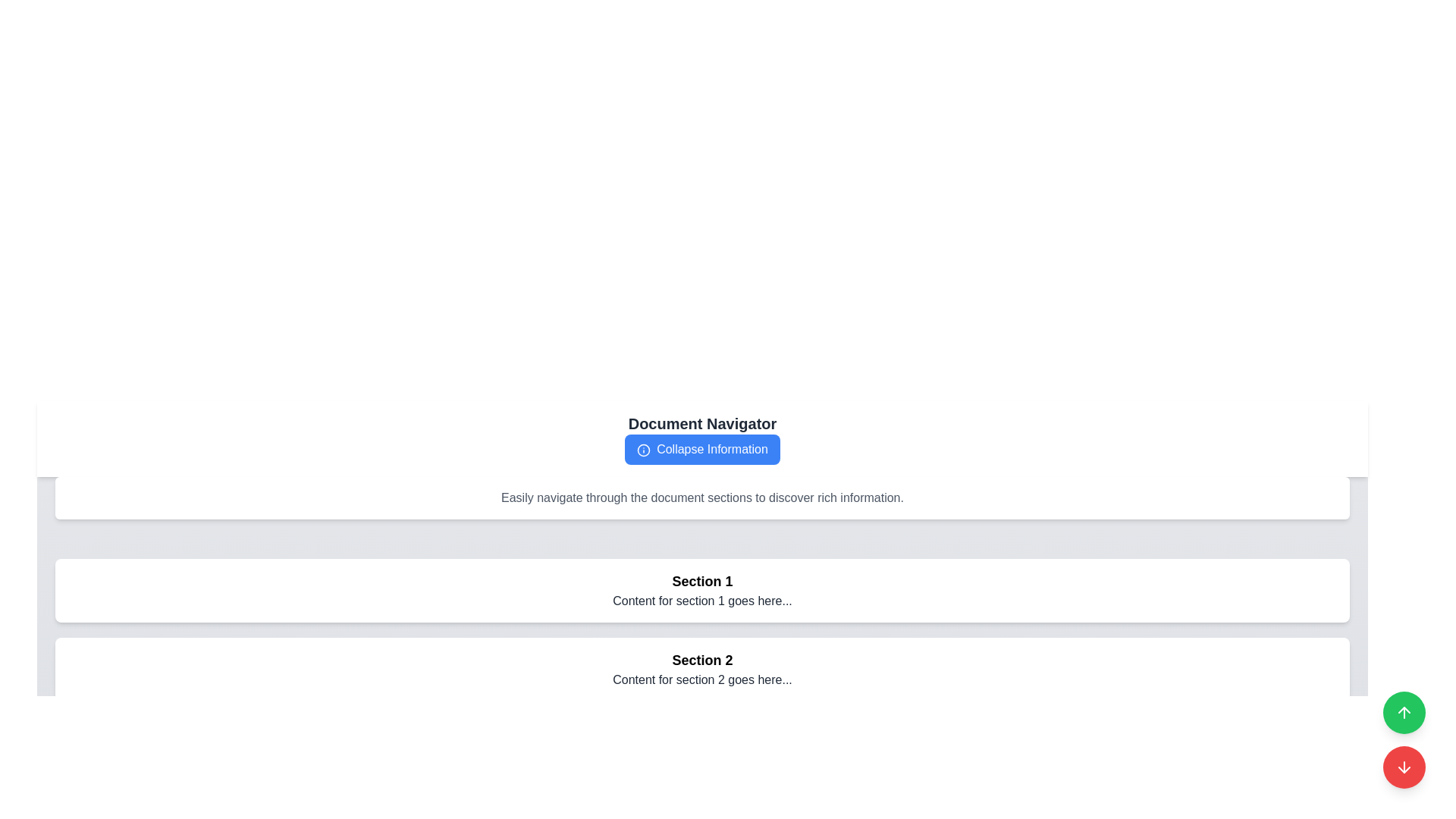 The height and width of the screenshot is (819, 1456). What do you see at coordinates (701, 449) in the screenshot?
I see `the button located below the 'Document Navigator' heading` at bounding box center [701, 449].